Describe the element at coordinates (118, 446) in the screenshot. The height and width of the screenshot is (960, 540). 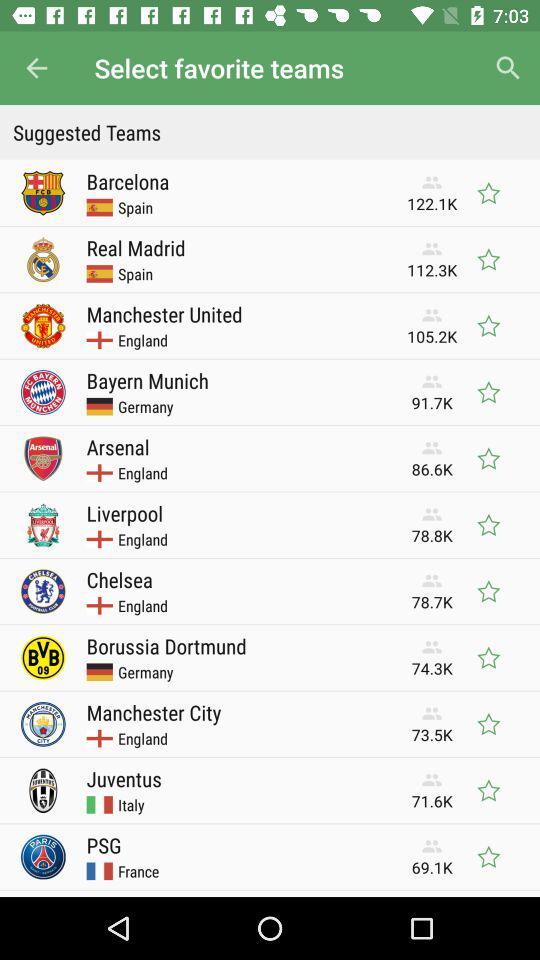
I see `the icon next to 86.6k item` at that location.